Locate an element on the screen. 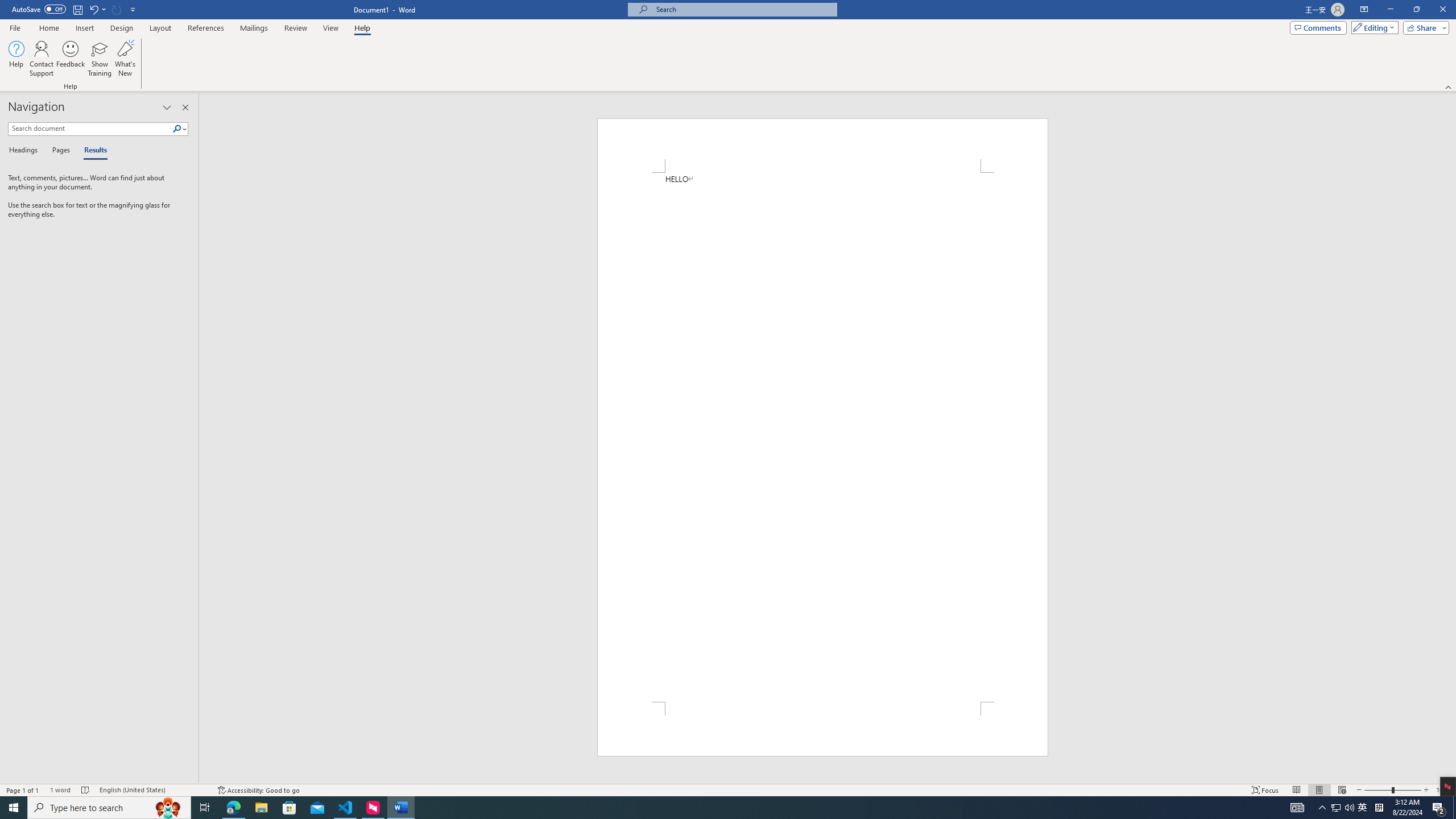  'Close pane' is located at coordinates (185, 107).